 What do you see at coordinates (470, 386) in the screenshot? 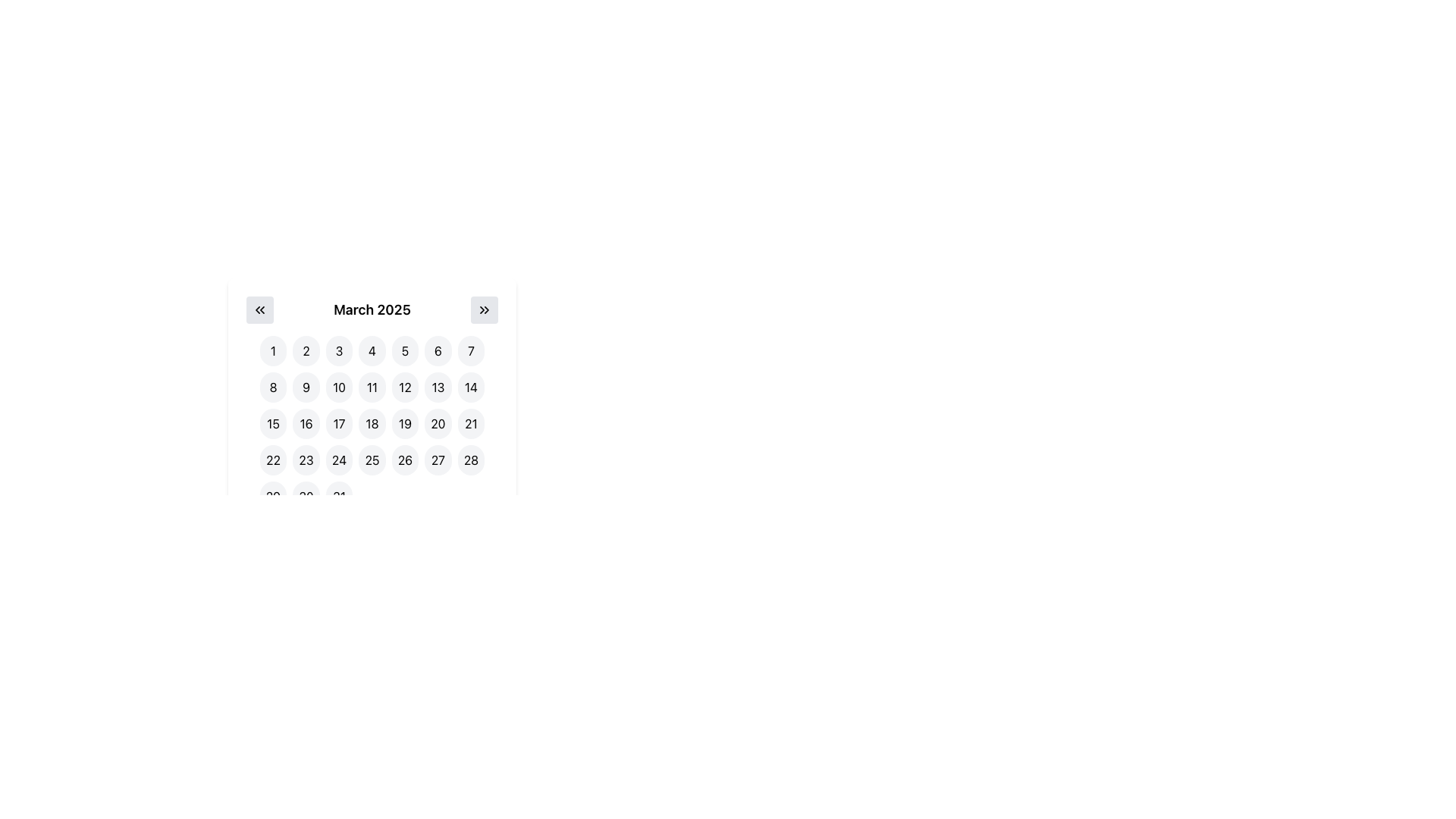
I see `the circular button displaying '14' in bold black font to change its background color to light blue` at bounding box center [470, 386].